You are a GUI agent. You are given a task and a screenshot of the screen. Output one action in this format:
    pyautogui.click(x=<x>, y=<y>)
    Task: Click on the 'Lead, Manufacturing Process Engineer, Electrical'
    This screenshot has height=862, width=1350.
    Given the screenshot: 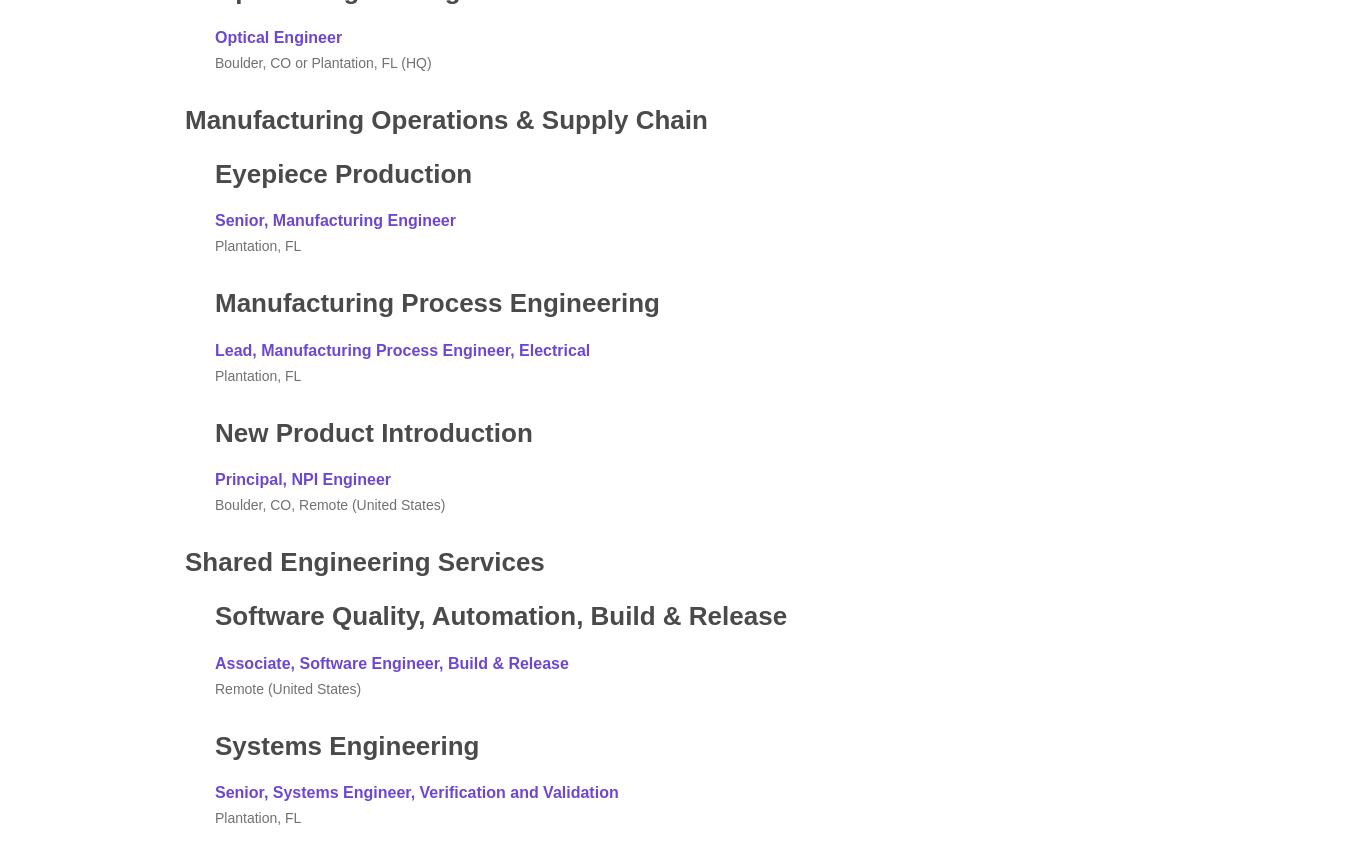 What is the action you would take?
    pyautogui.click(x=402, y=349)
    